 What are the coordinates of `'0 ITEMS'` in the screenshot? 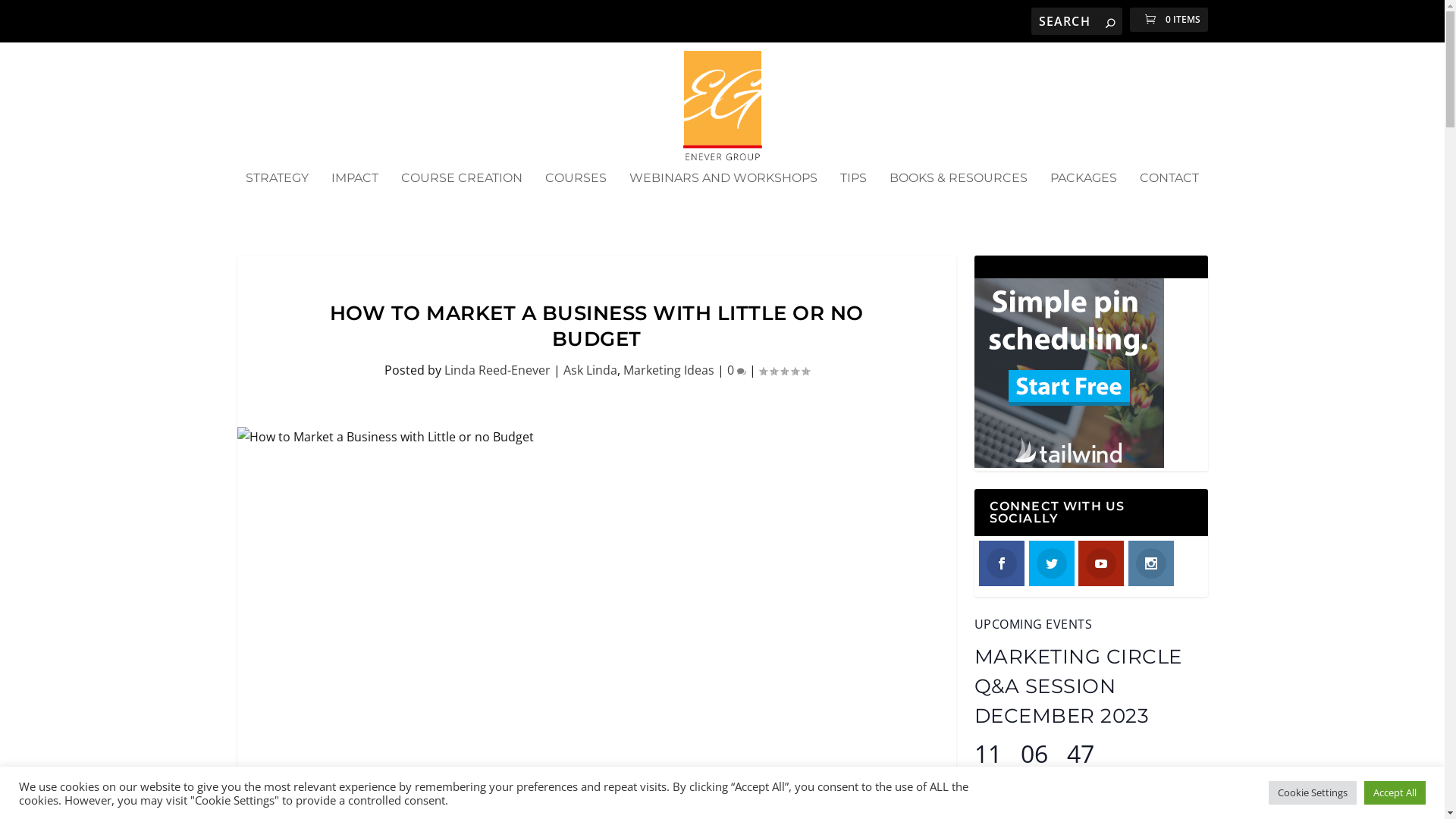 It's located at (1168, 20).